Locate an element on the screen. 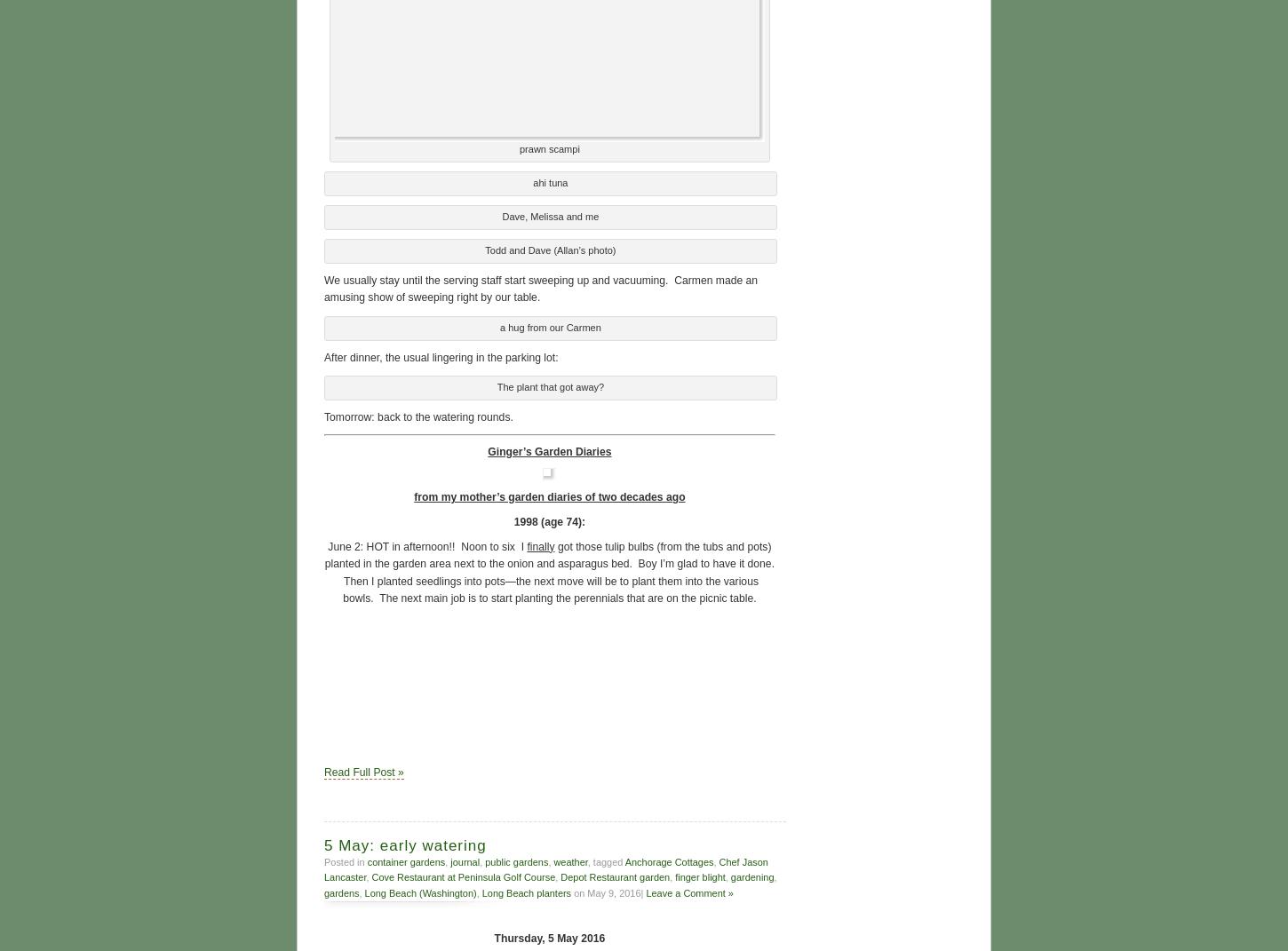 The width and height of the screenshot is (1288, 951). 'The plant that got away?' is located at coordinates (549, 384).